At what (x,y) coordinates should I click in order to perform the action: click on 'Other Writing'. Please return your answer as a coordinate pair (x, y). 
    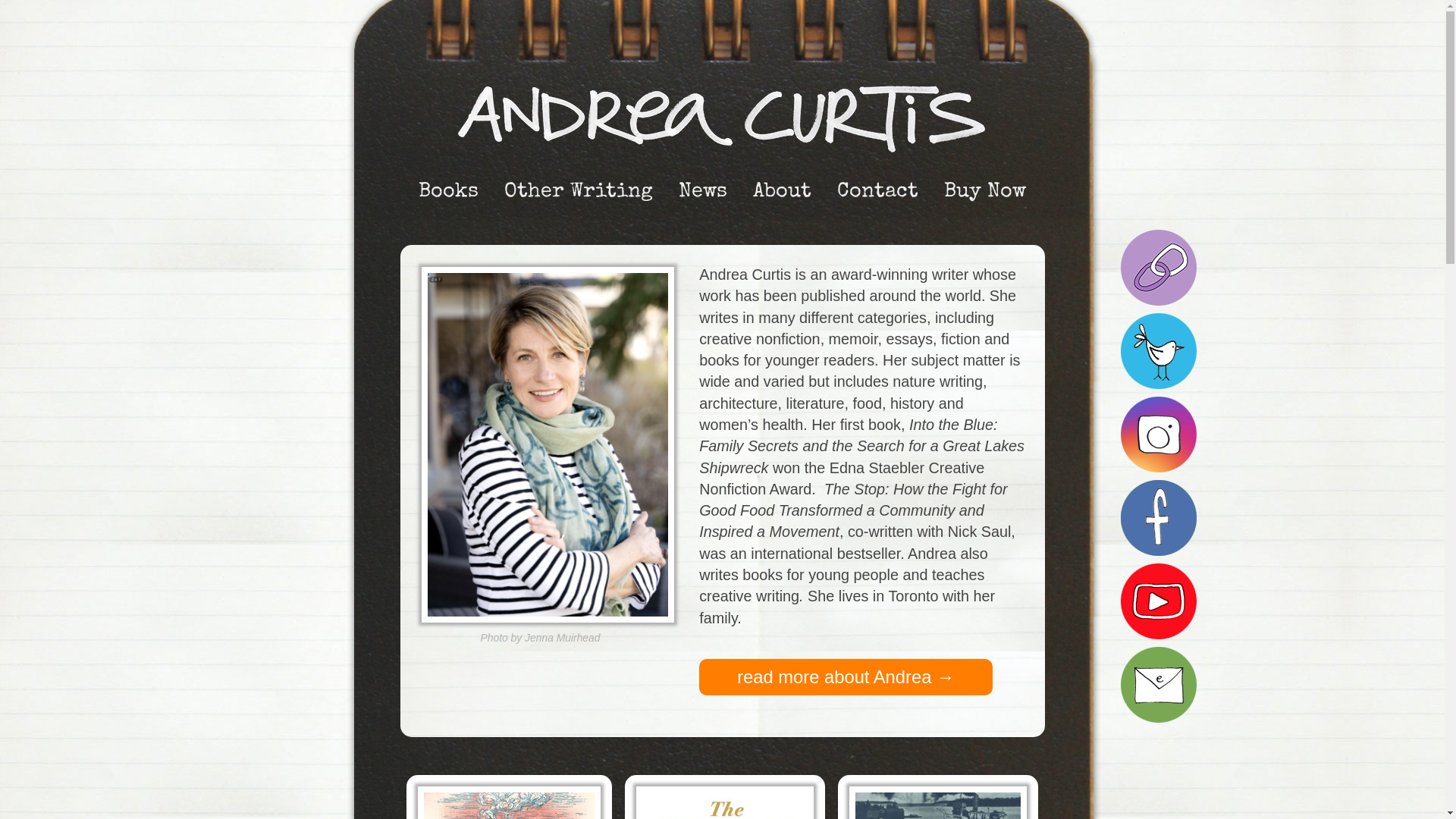
    Looking at the image, I should click on (504, 191).